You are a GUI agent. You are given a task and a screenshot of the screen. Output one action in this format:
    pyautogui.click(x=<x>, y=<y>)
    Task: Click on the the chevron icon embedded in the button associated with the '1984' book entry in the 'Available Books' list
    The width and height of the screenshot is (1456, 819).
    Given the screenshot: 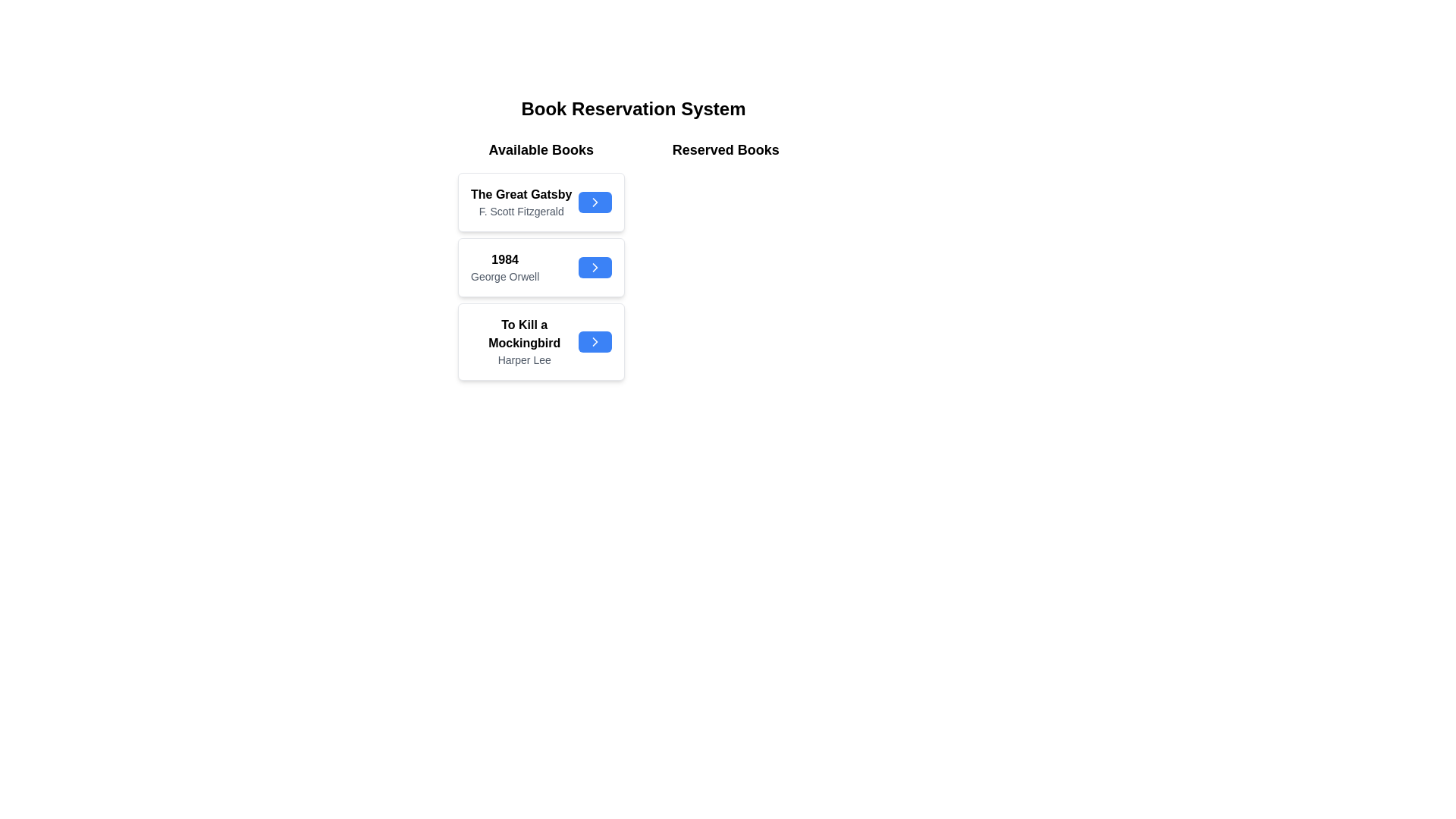 What is the action you would take?
    pyautogui.click(x=594, y=267)
    